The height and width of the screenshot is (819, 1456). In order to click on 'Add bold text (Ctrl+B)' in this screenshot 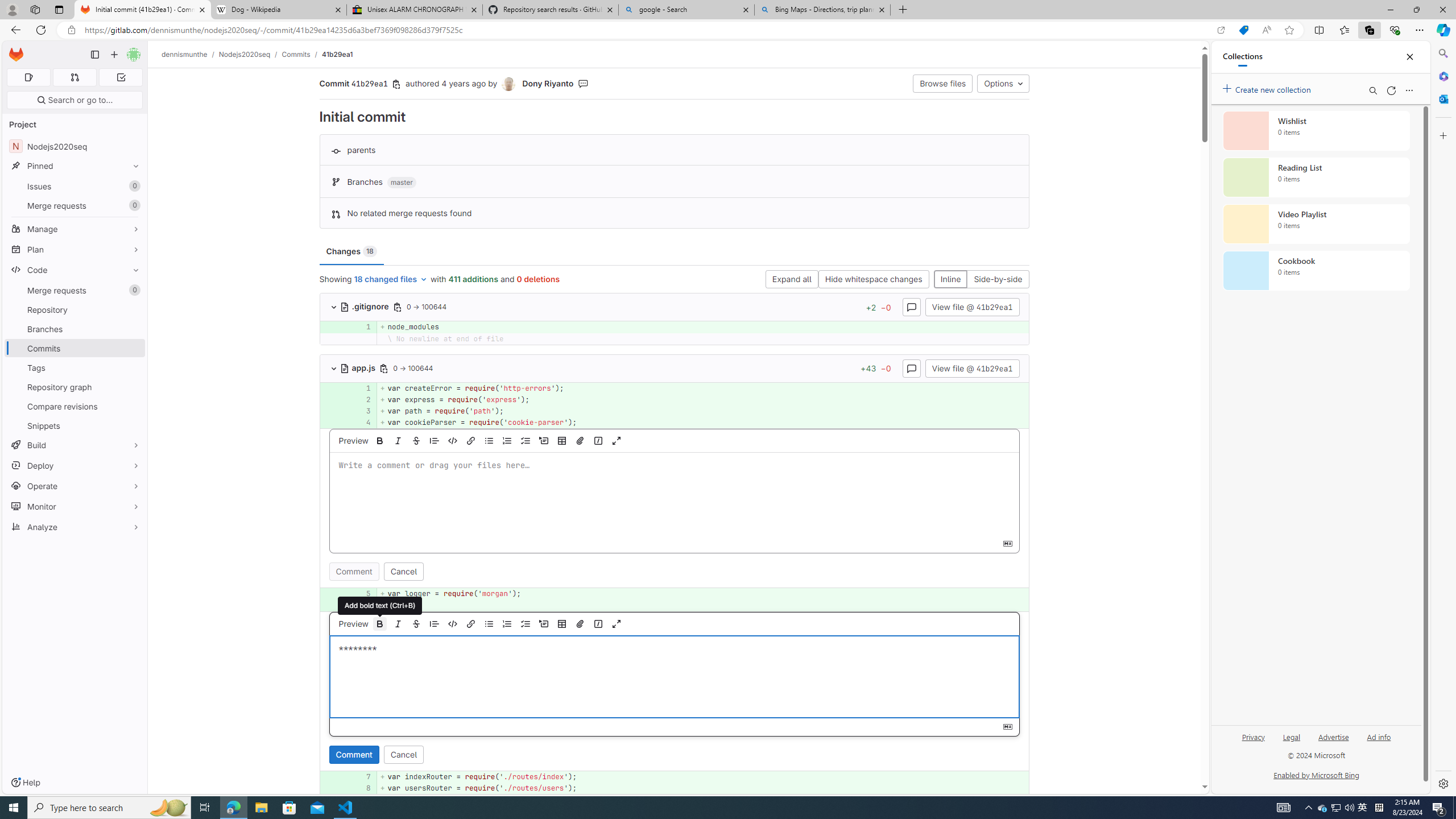, I will do `click(380, 623)`.